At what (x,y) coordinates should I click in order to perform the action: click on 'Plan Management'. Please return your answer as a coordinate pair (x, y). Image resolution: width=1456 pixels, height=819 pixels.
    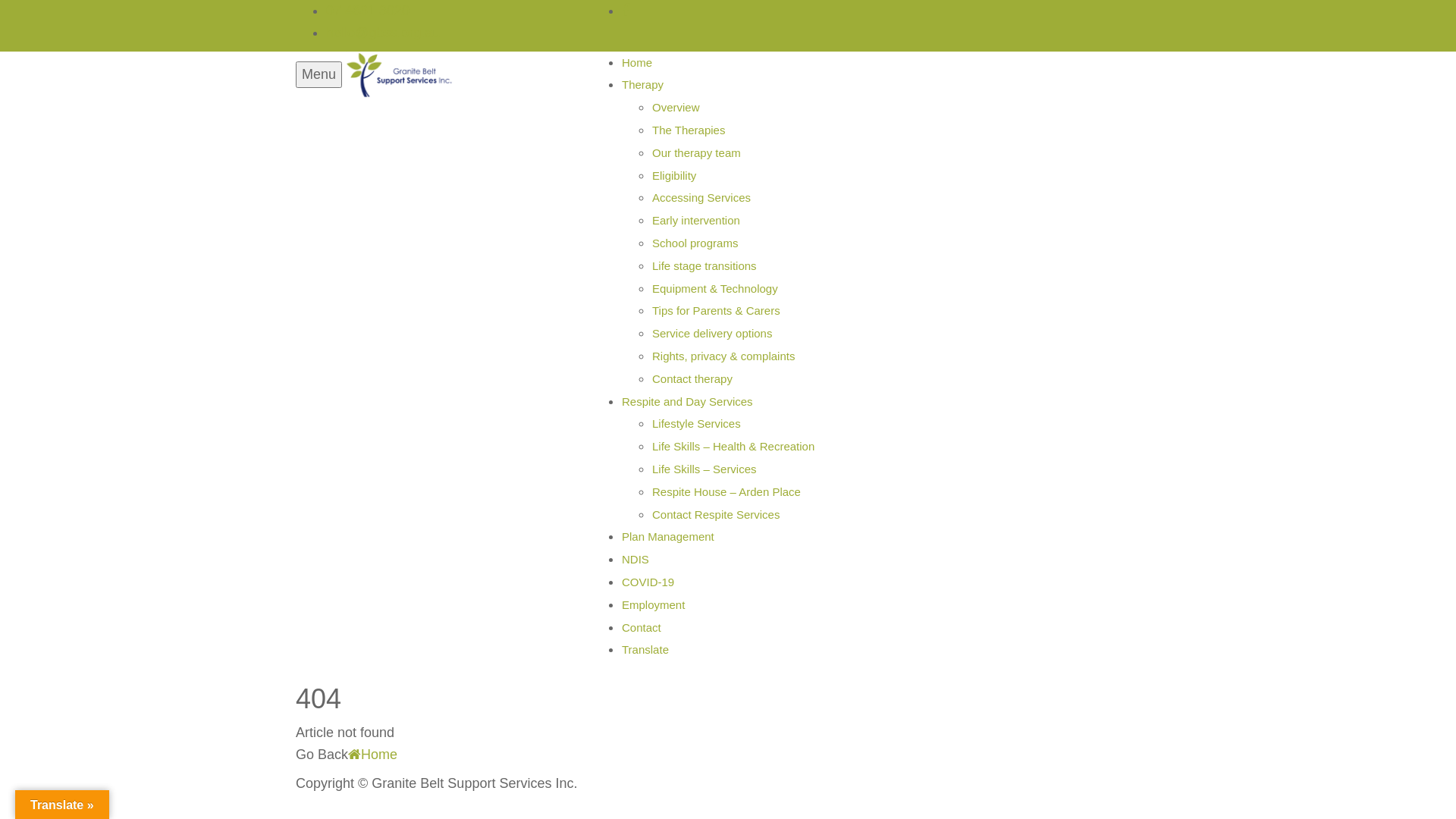
    Looking at the image, I should click on (667, 535).